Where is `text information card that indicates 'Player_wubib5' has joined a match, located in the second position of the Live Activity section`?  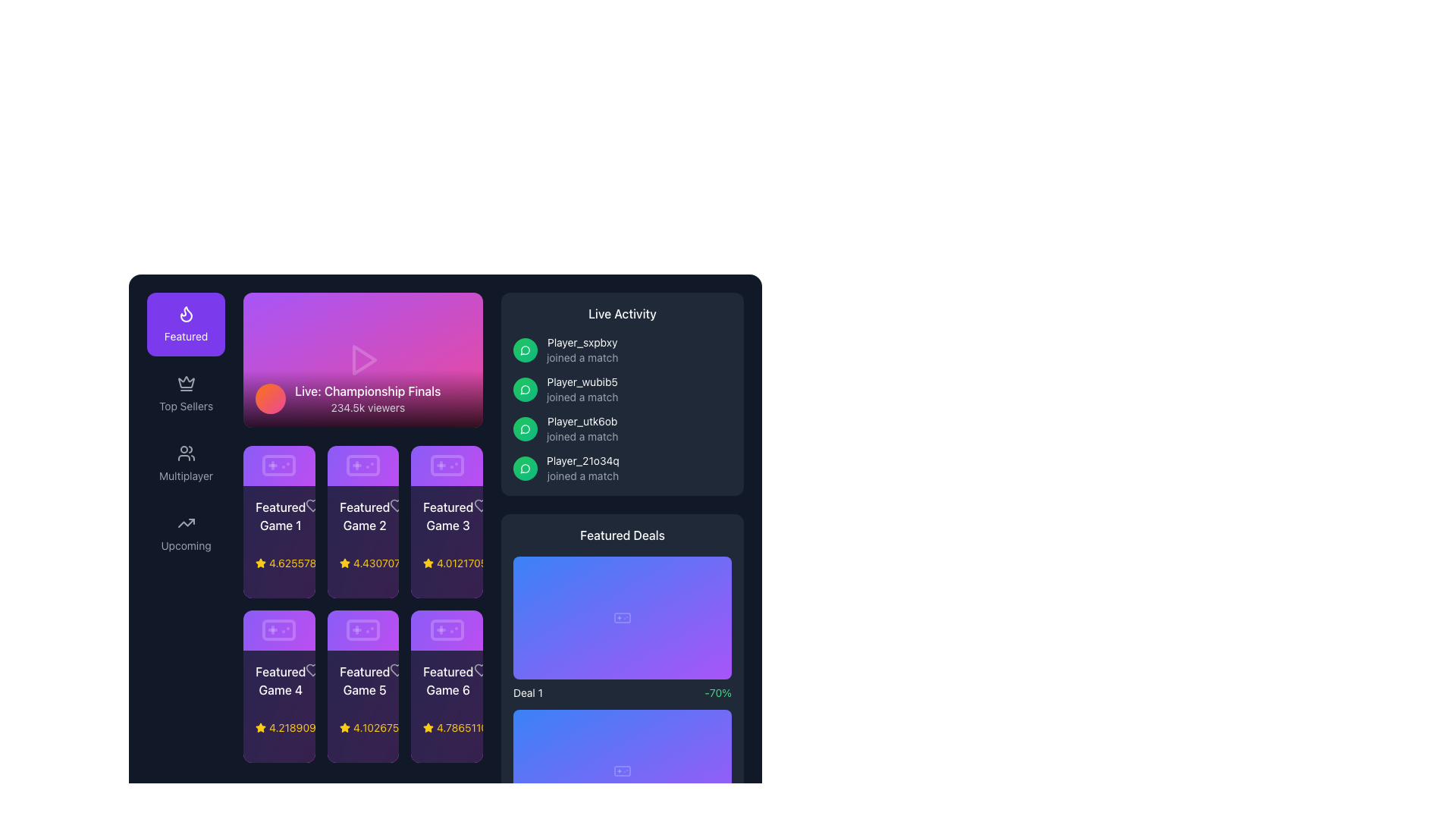
text information card that indicates 'Player_wubib5' has joined a match, located in the second position of the Live Activity section is located at coordinates (582, 388).